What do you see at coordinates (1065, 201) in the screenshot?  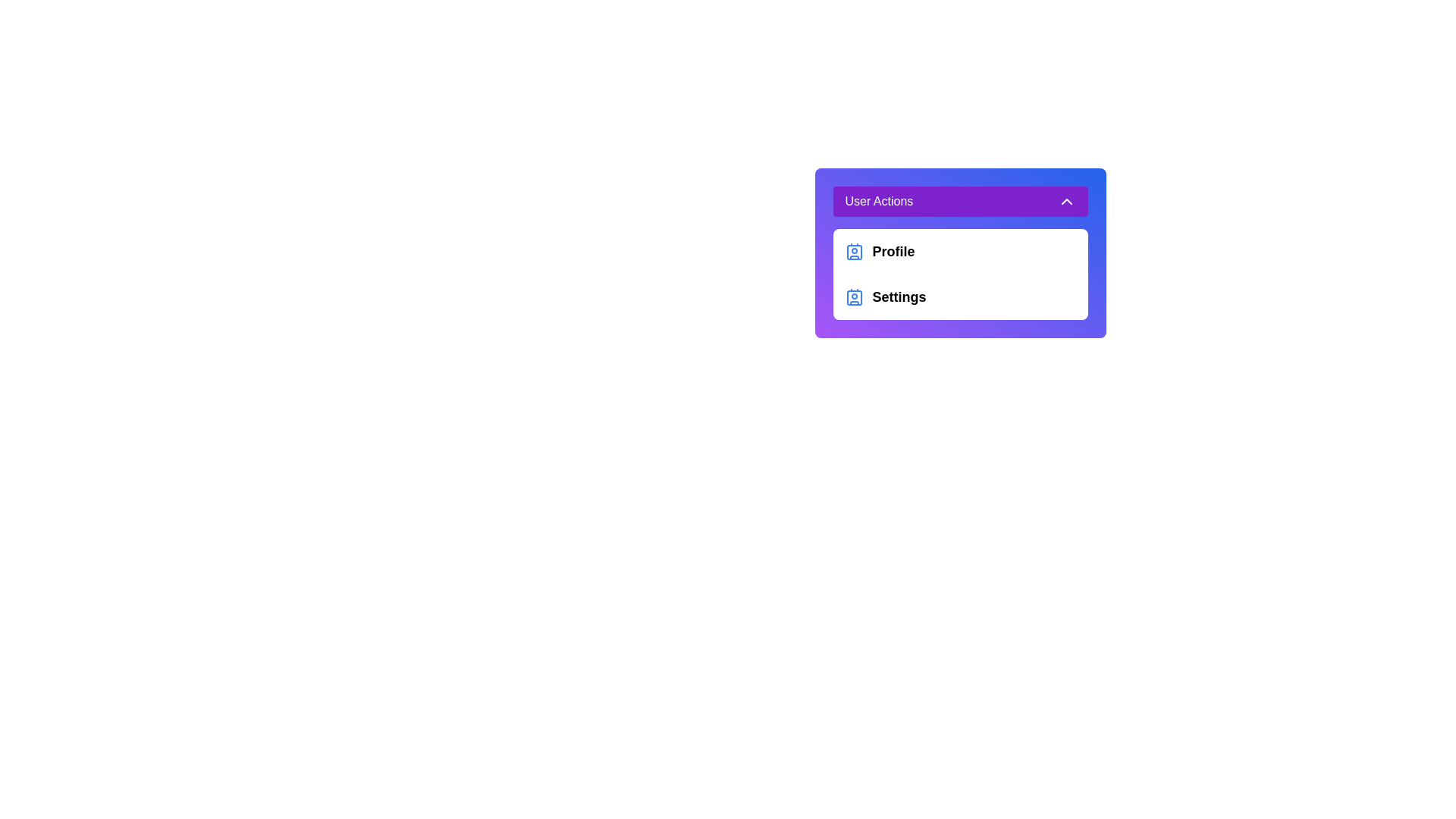 I see `the icon located at the far-right end of the purple header bar titled 'User Actions'` at bounding box center [1065, 201].